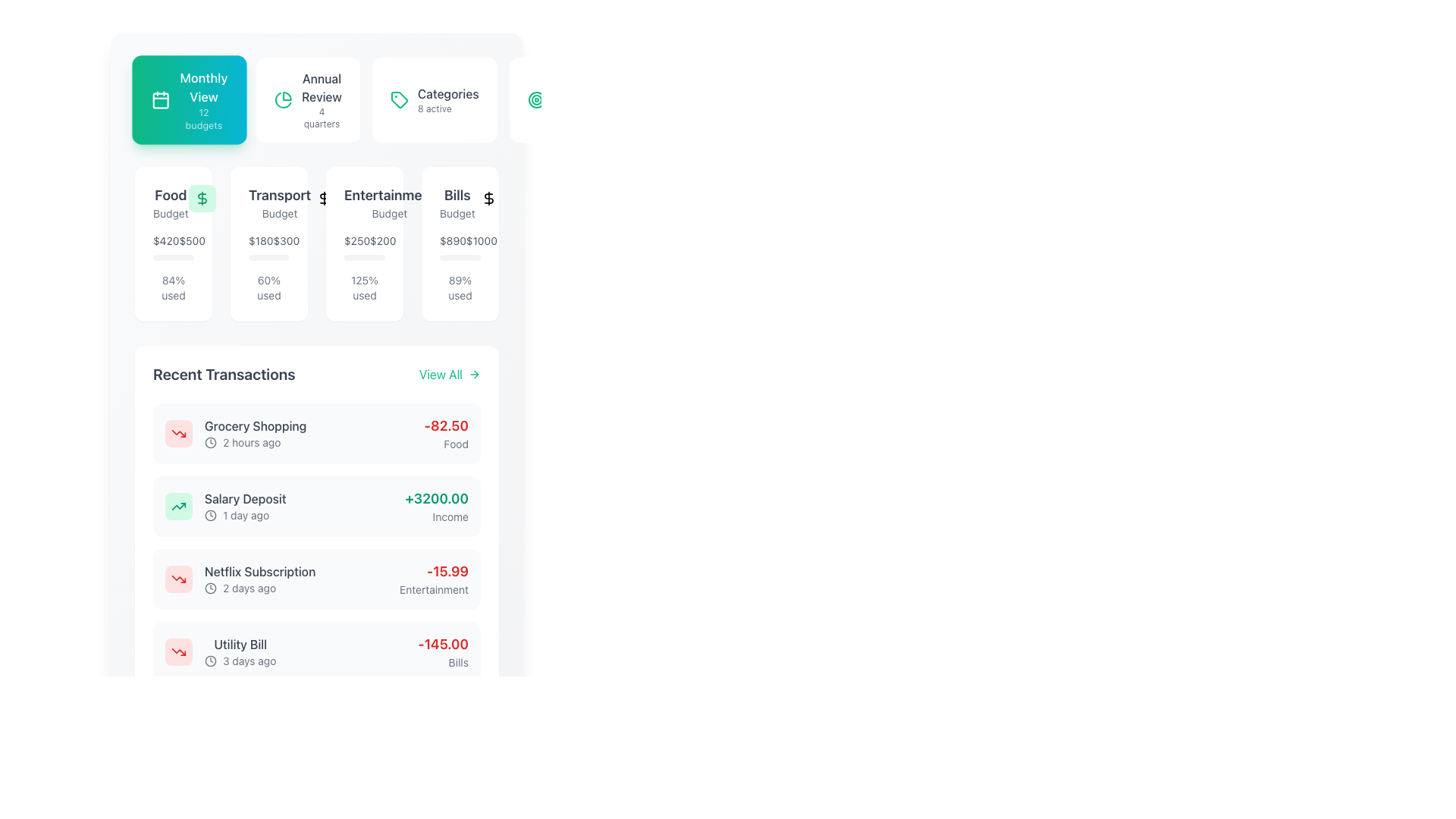 The image size is (1456, 819). Describe the element at coordinates (364, 243) in the screenshot. I see `the 'Entertainment Budget' card element, which has a white background, rounded edges, and contains monetary values and a progress bar. This card is the third in a series of four cards in the 'Monthly View' section` at that location.